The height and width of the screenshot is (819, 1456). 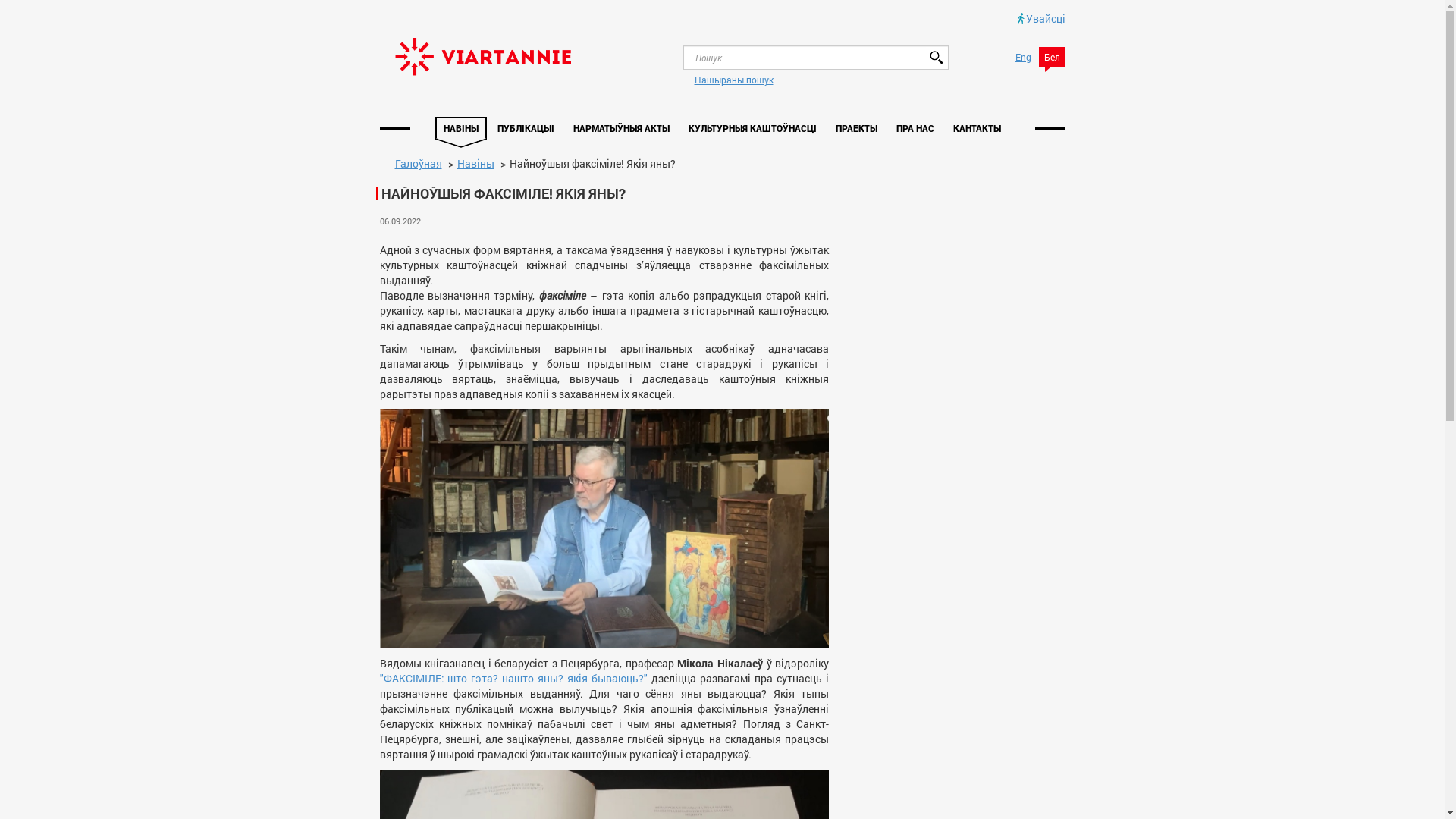 I want to click on 'Eng', so click(x=1023, y=56).